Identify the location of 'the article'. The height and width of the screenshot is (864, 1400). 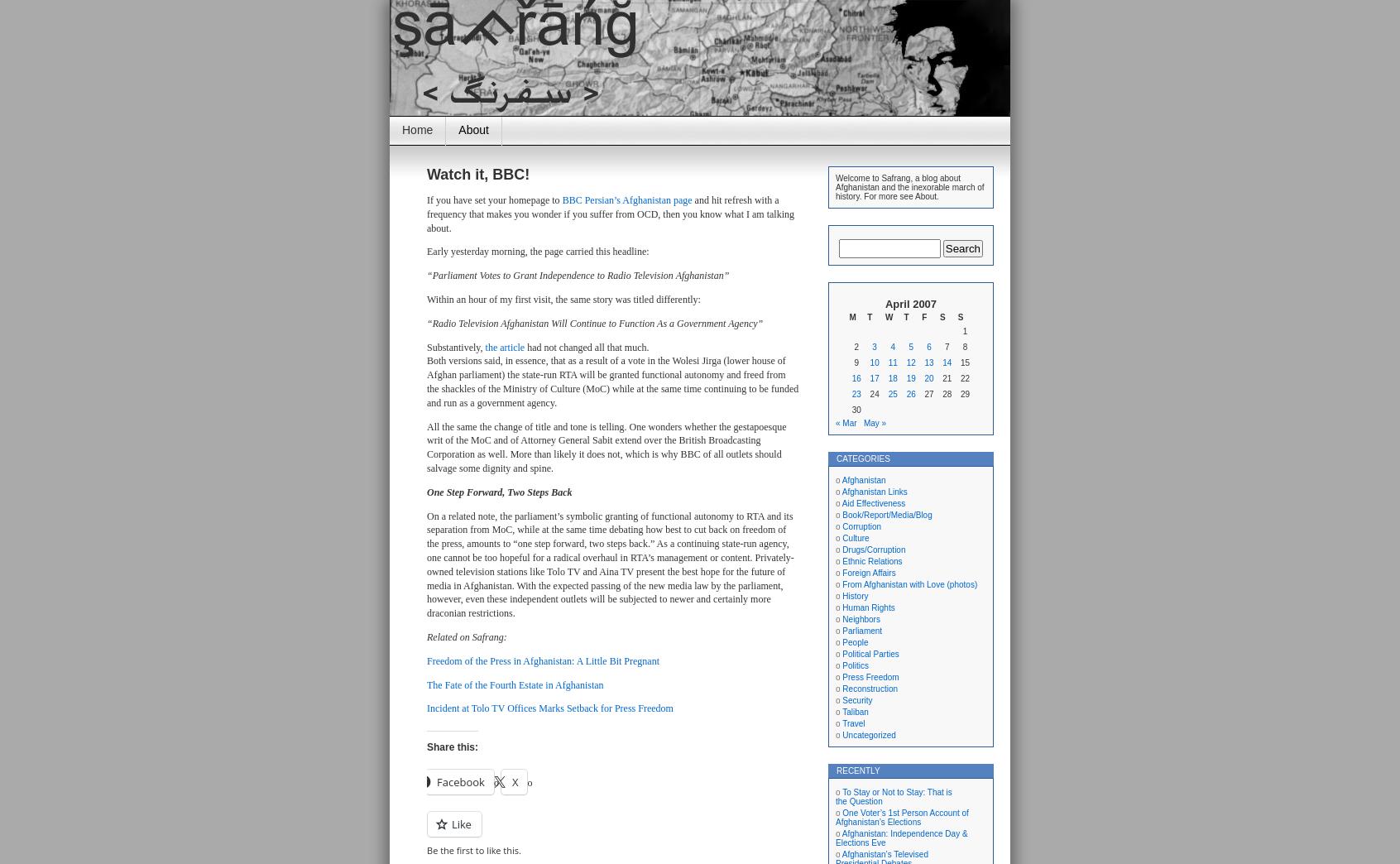
(503, 345).